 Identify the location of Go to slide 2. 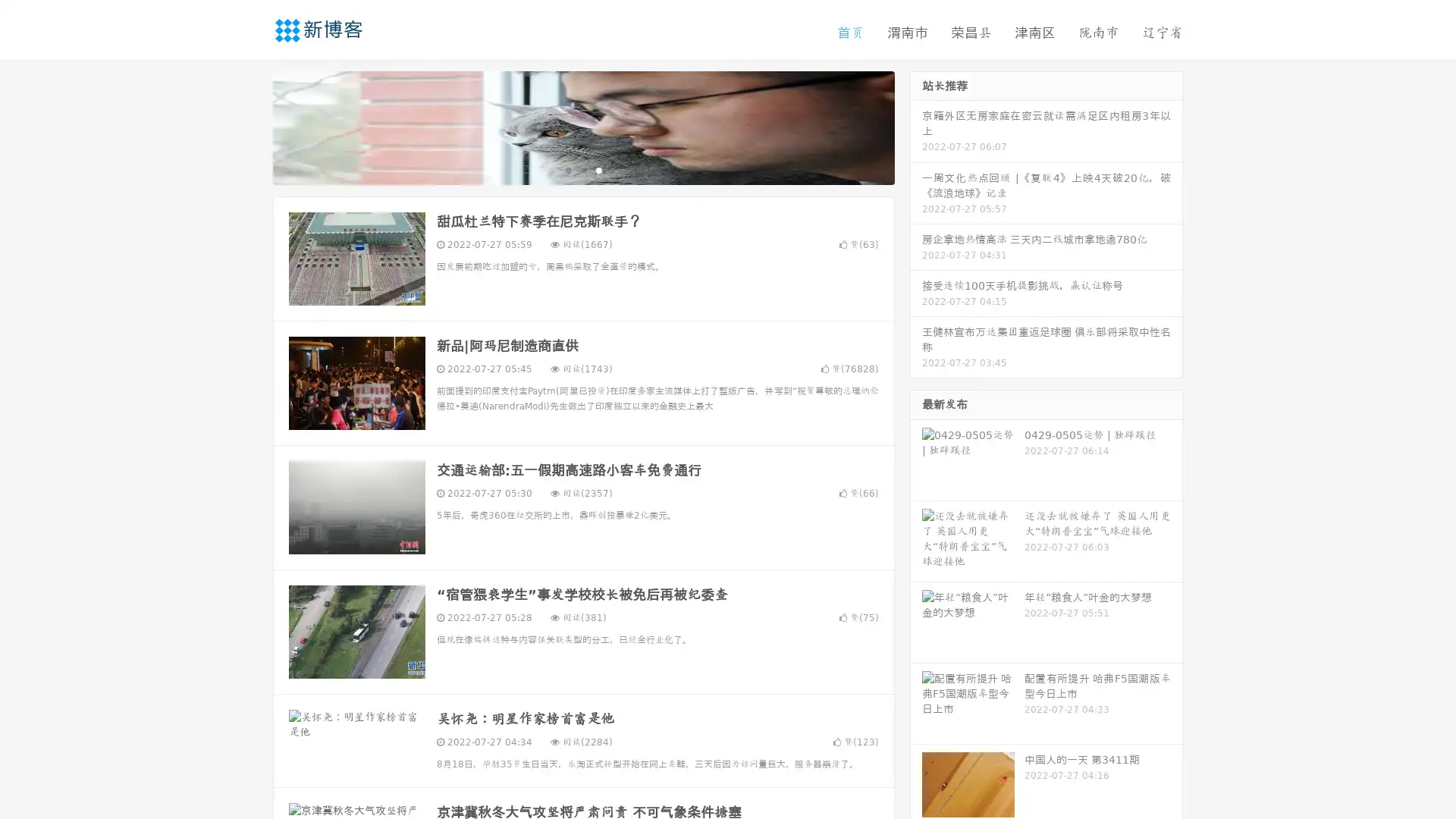
(582, 171).